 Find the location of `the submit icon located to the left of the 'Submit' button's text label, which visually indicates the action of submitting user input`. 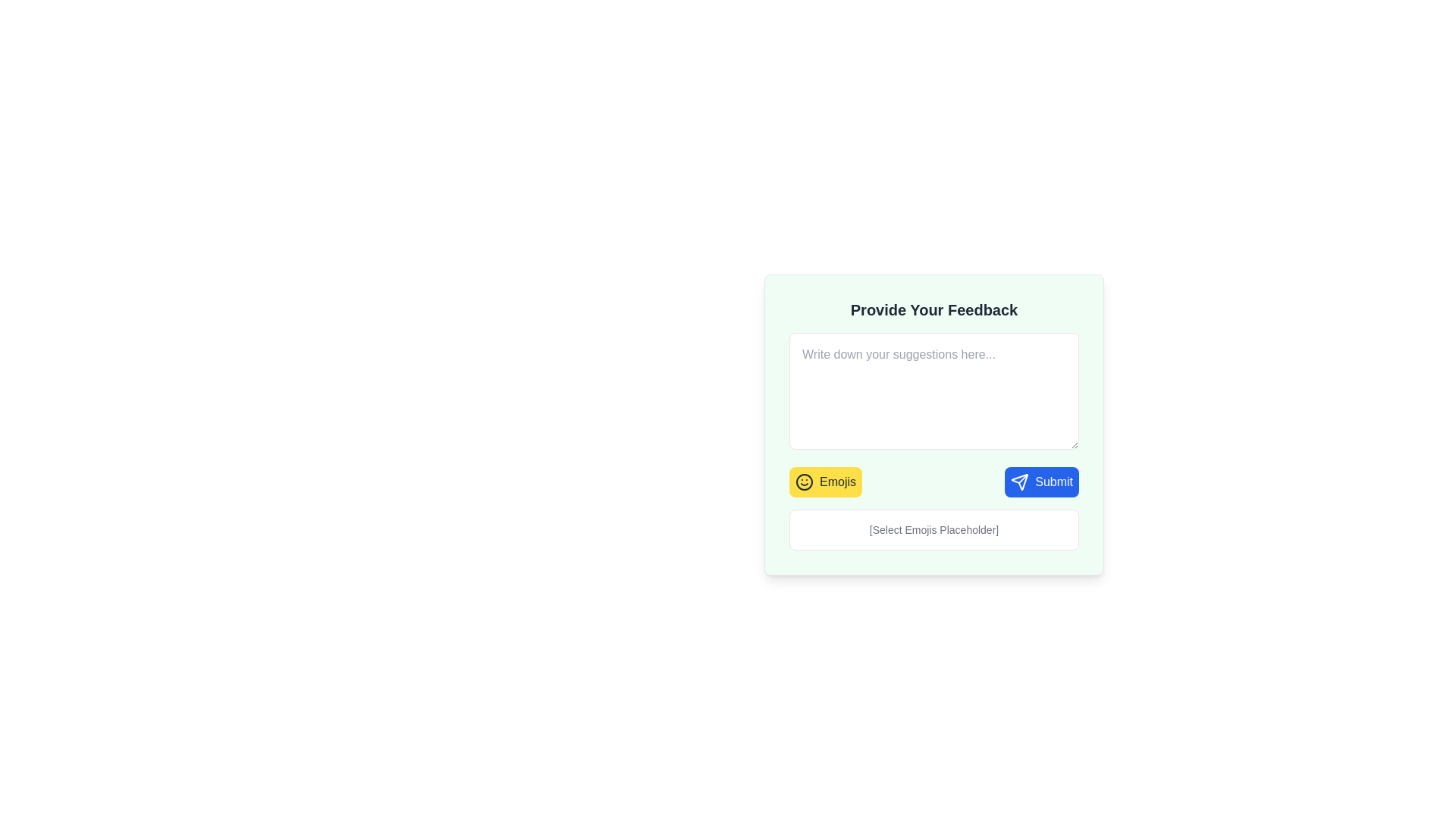

the submit icon located to the left of the 'Submit' button's text label, which visually indicates the action of submitting user input is located at coordinates (1020, 482).